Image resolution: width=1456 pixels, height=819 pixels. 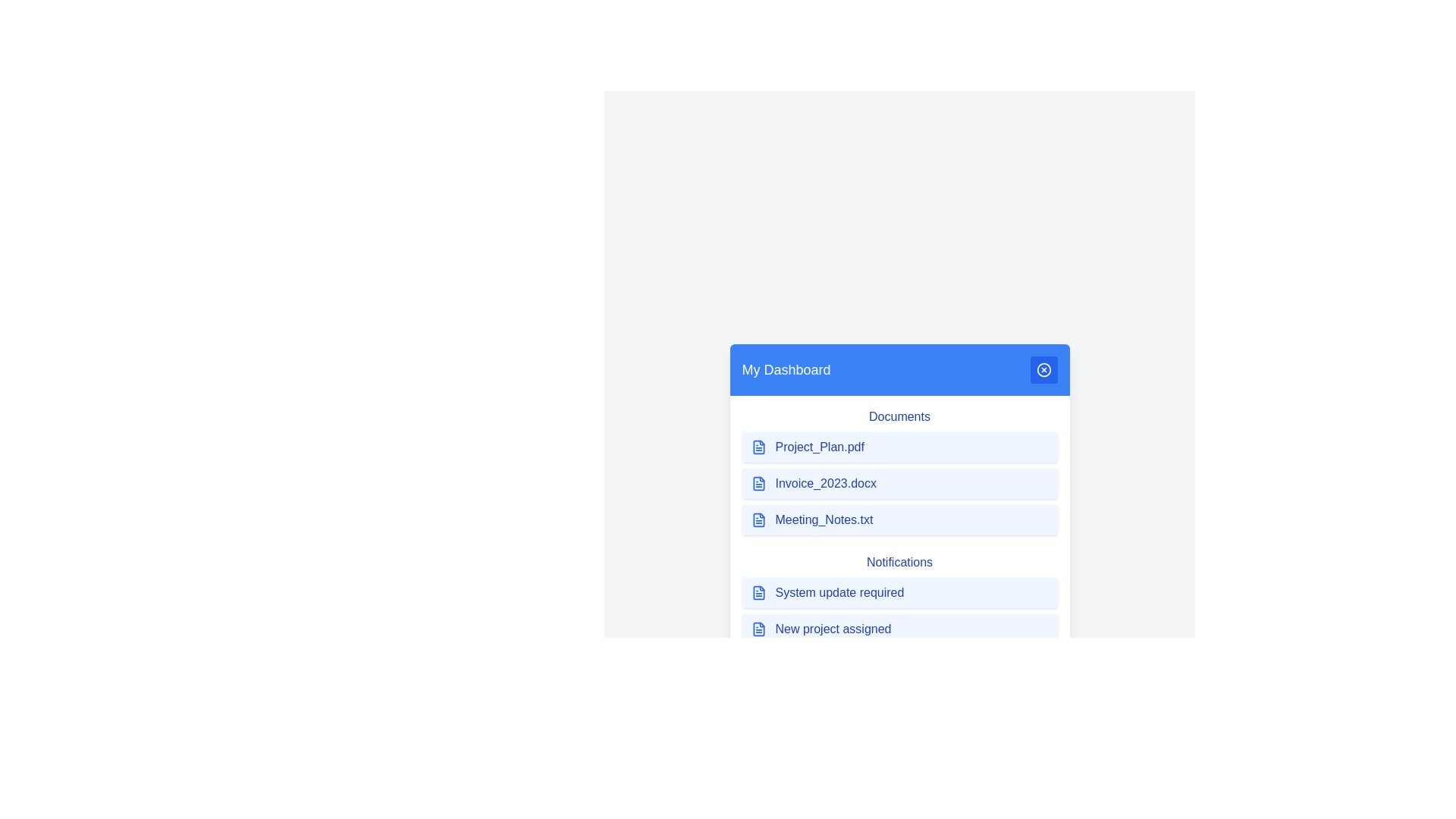 What do you see at coordinates (899, 629) in the screenshot?
I see `the item New project assigned from the menu` at bounding box center [899, 629].